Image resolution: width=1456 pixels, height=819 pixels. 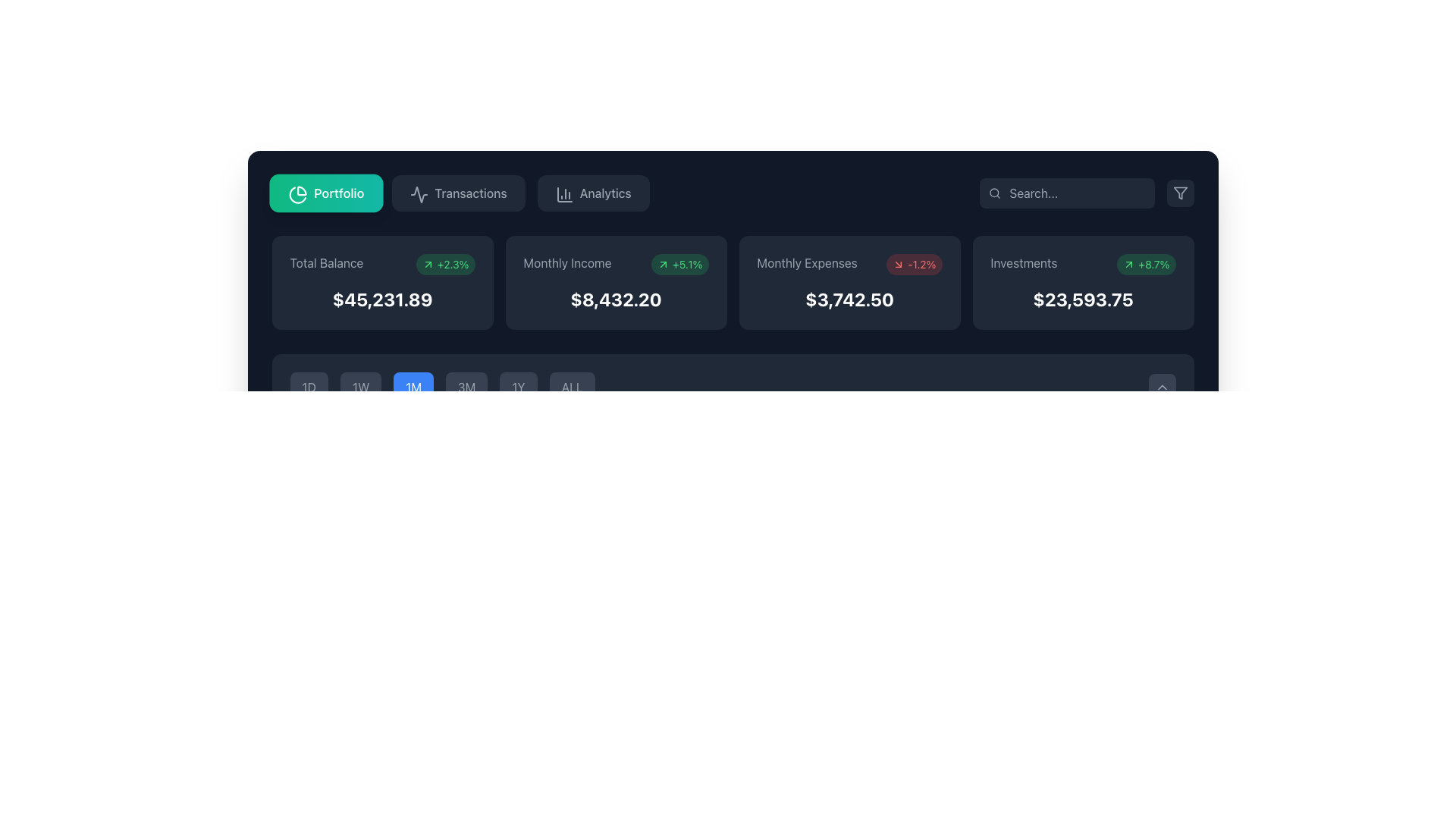 I want to click on the 'Transactions' button, which contains an icon representing activity or trend visualization, so click(x=419, y=194).